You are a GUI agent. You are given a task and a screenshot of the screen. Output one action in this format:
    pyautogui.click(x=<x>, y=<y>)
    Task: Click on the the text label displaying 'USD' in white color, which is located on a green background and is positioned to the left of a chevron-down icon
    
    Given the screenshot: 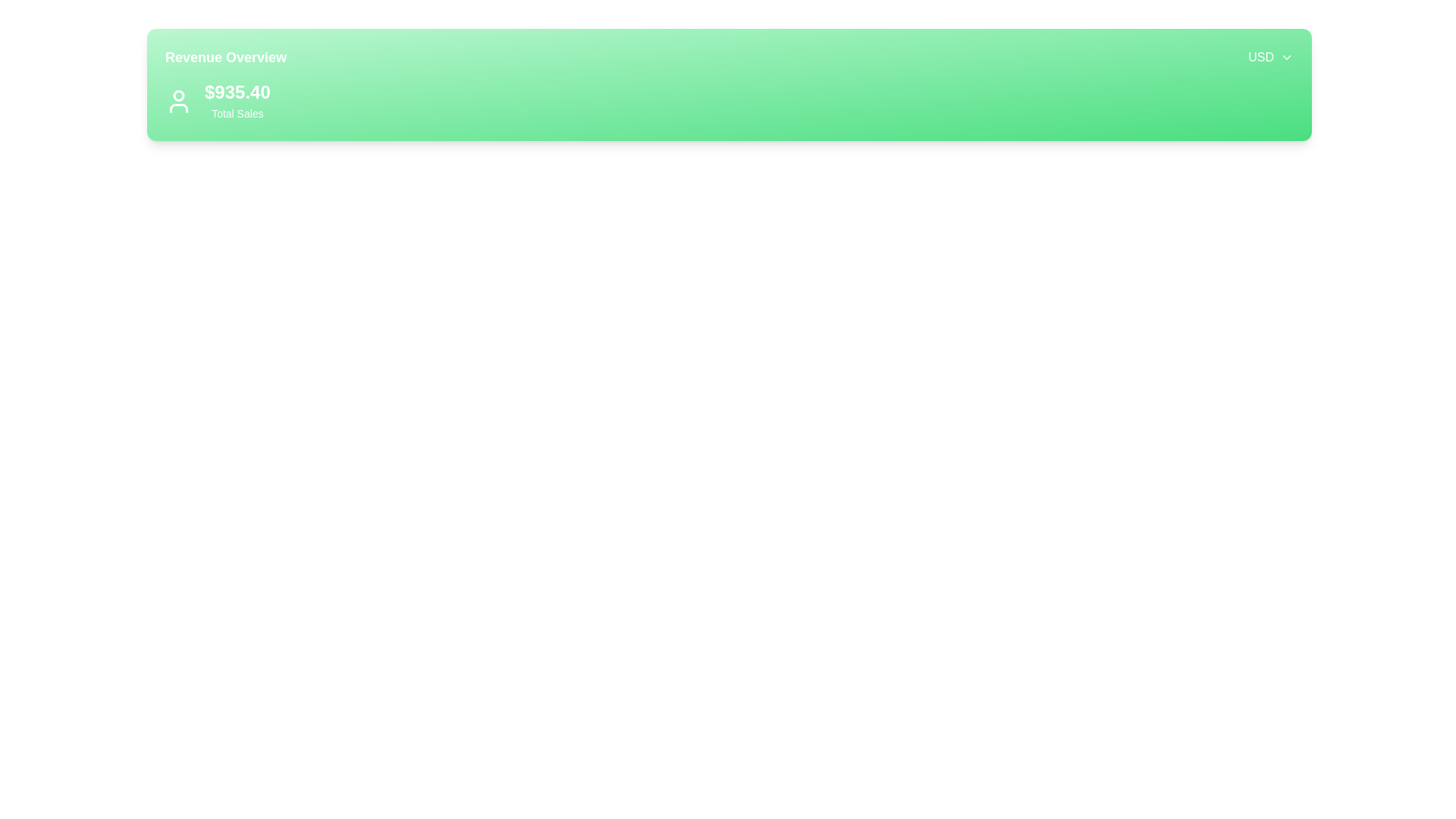 What is the action you would take?
    pyautogui.click(x=1261, y=57)
    